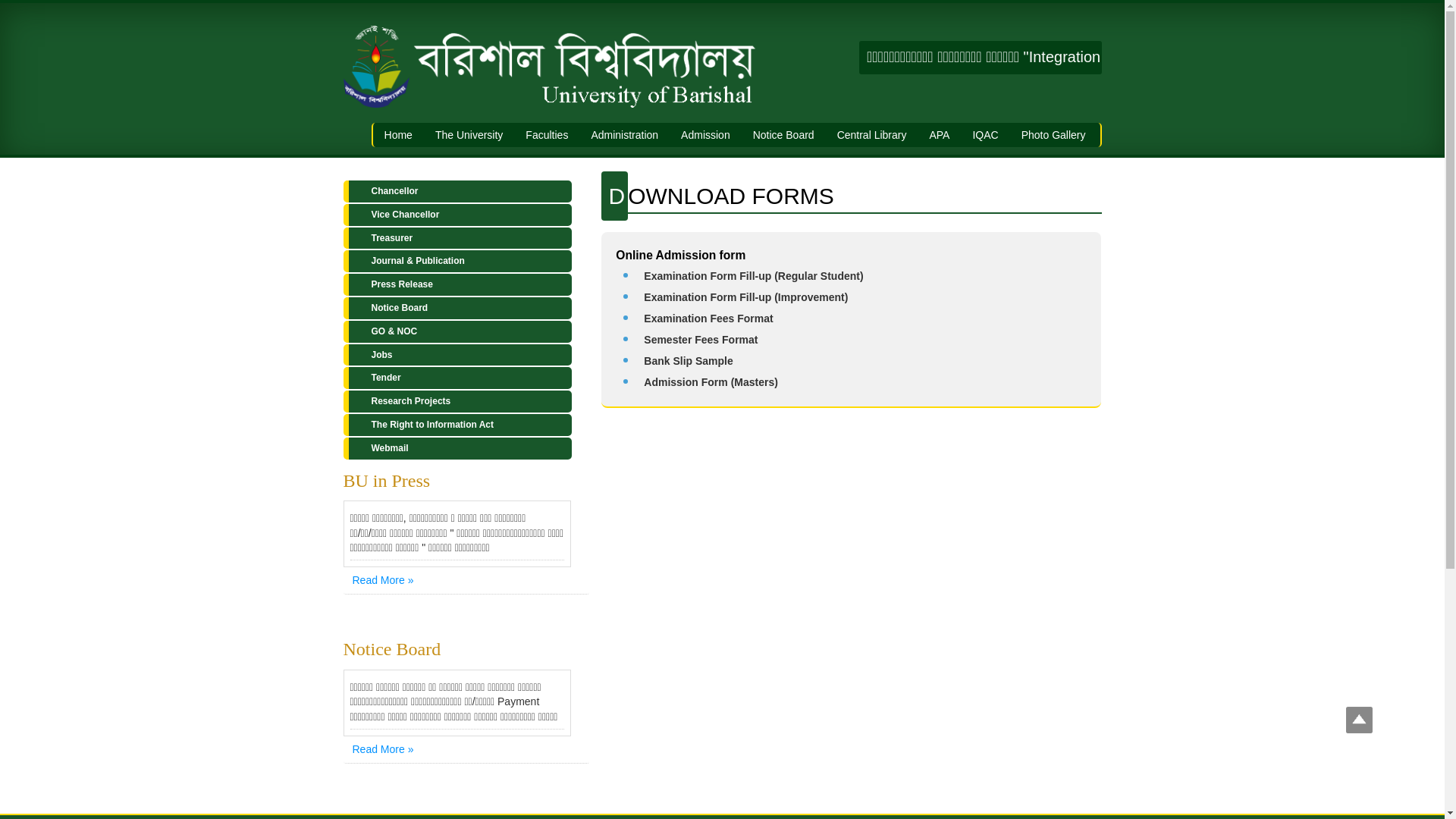 The image size is (1456, 819). What do you see at coordinates (1053, 133) in the screenshot?
I see `'Photo Gallery'` at bounding box center [1053, 133].